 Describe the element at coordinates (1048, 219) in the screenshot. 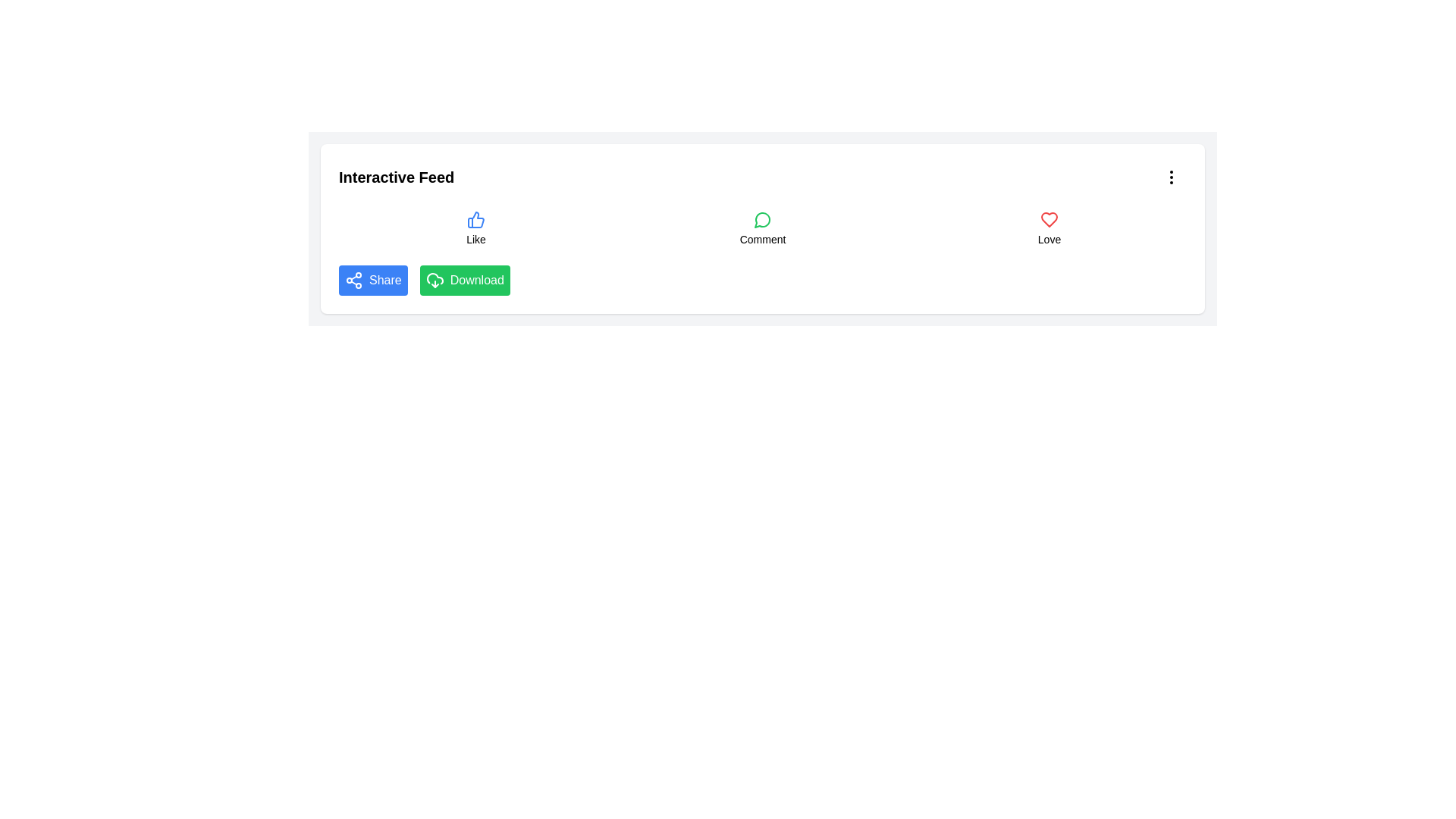

I see `the visual representation of the red heart icon located beneath the 'Love' label in the interface, positioned at the bottom right of the main interactive panel` at that location.